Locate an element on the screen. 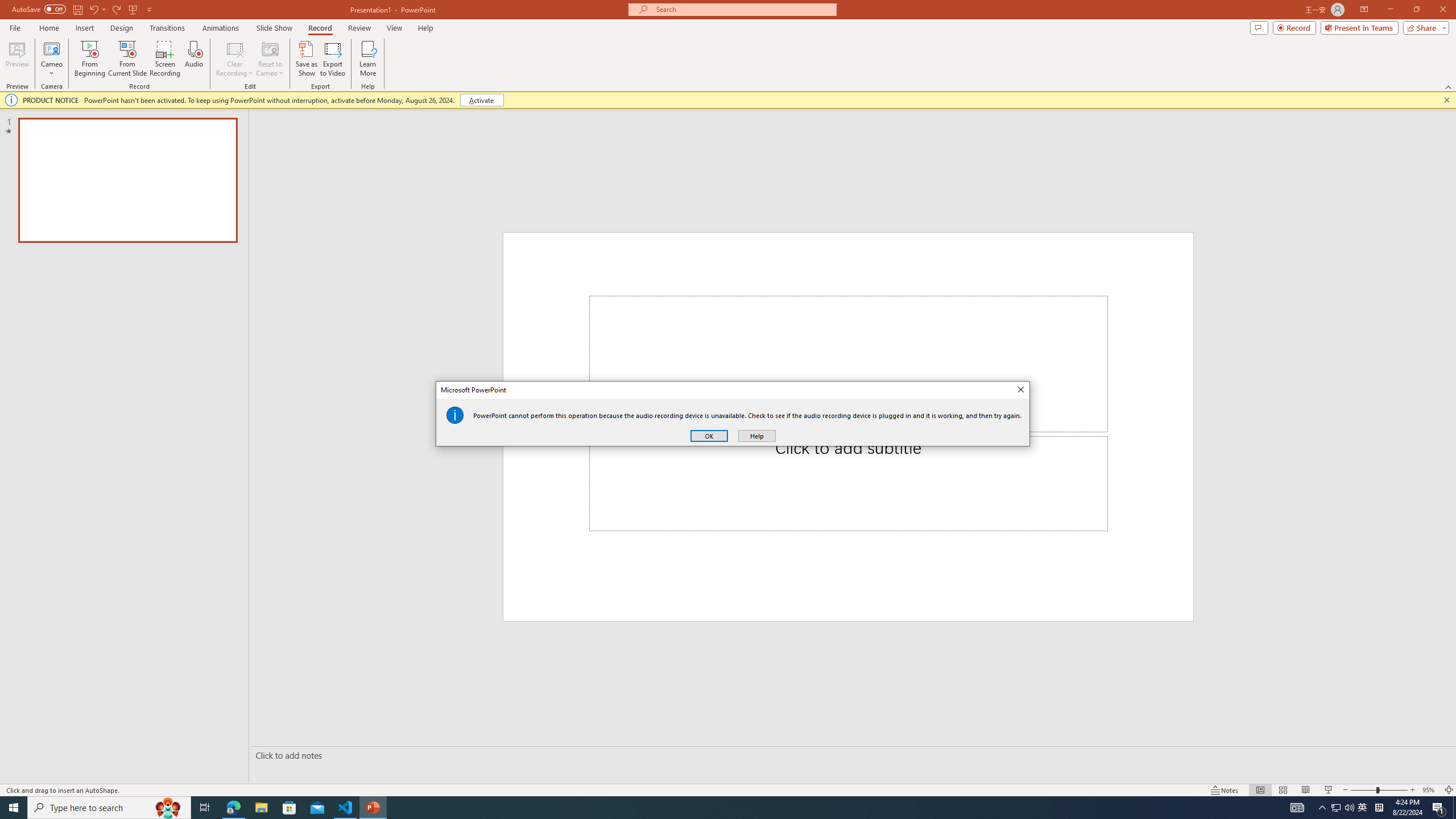 This screenshot has width=1456, height=819. 'Close this message' is located at coordinates (1446, 100).